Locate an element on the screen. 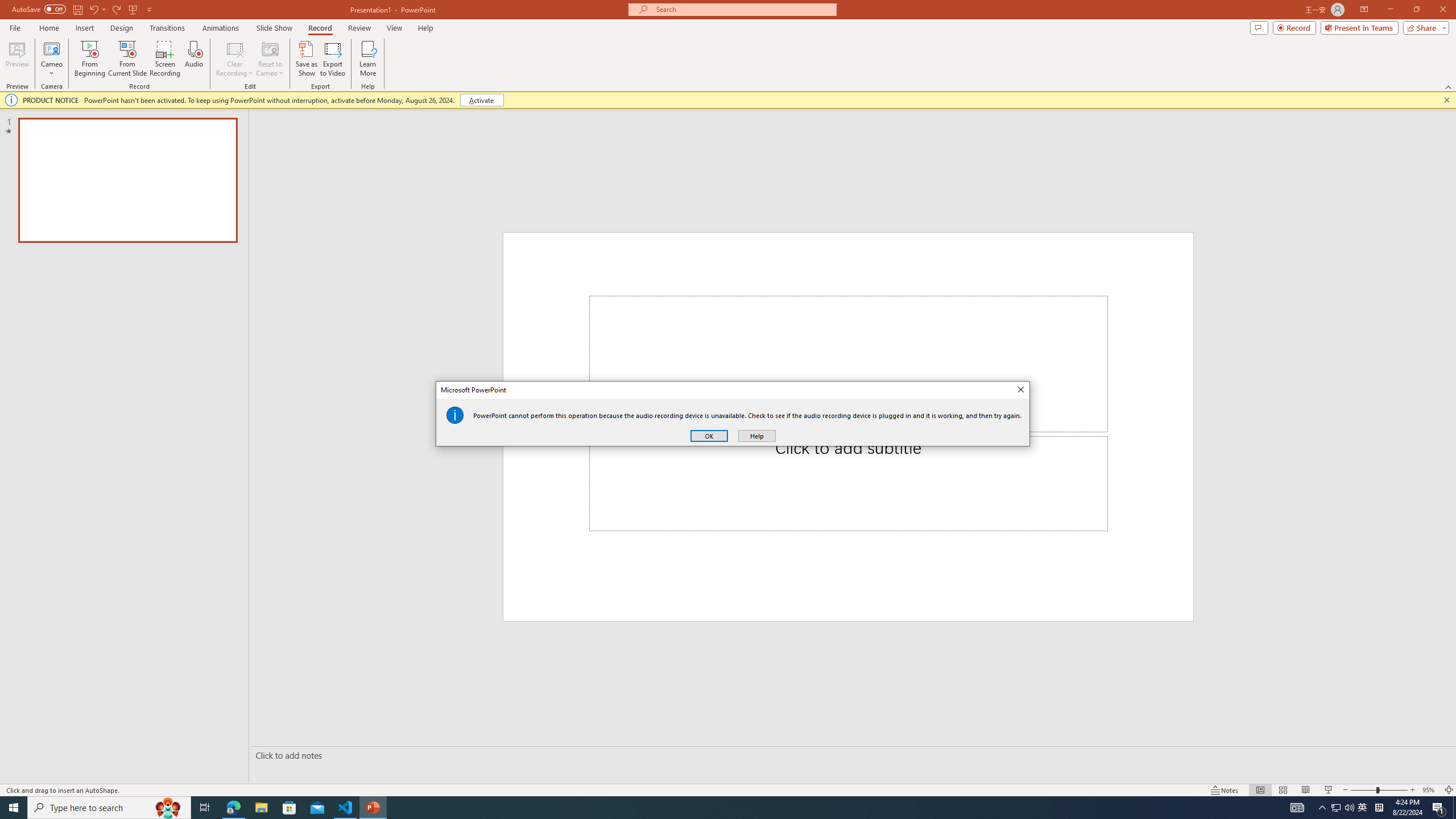 This screenshot has width=1456, height=819. 'Close this message' is located at coordinates (1446, 100).